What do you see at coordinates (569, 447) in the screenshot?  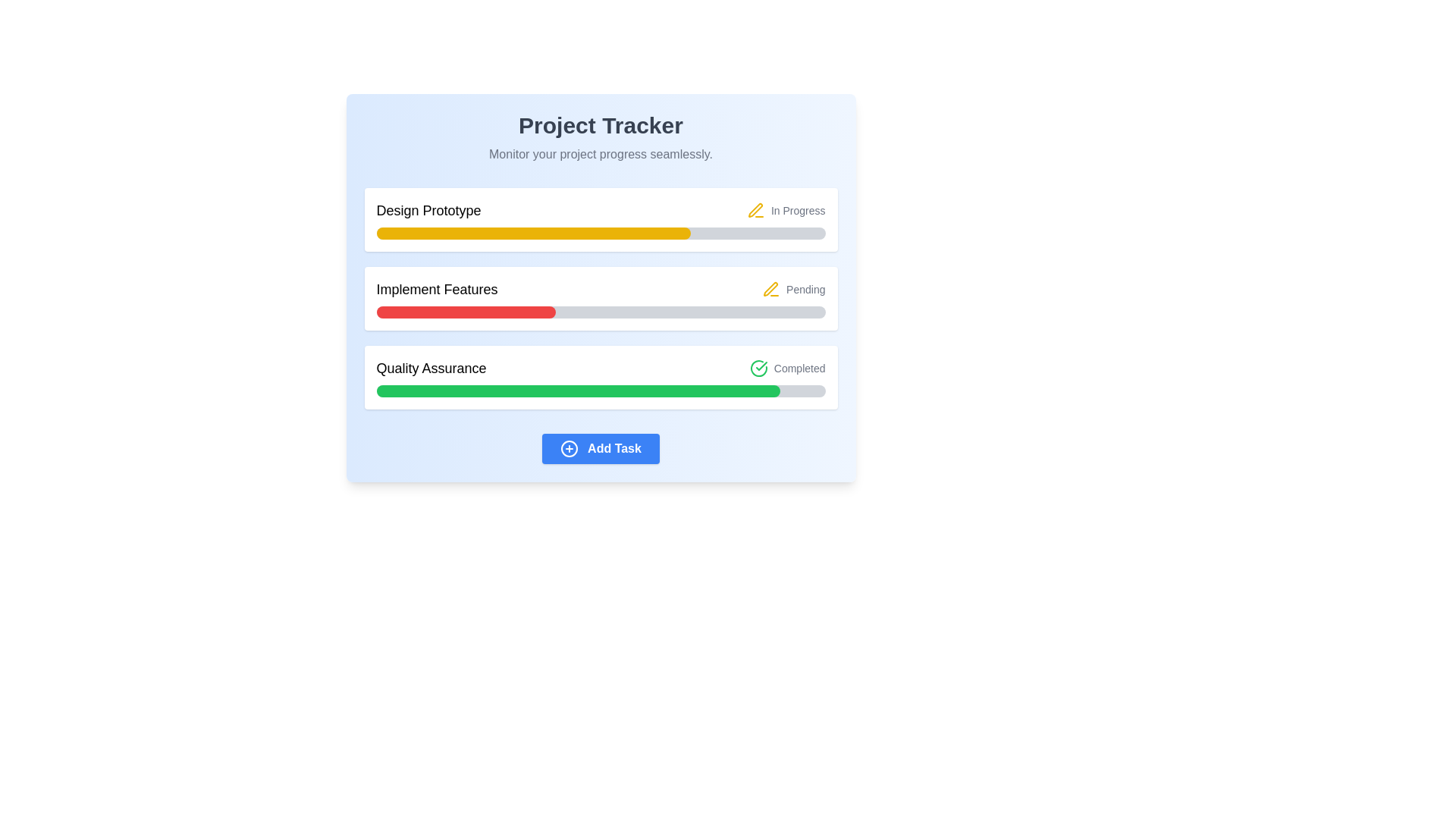 I see `the circular icon that serves as a visual indicator for the 'Add Task' button located at the bottom center of the interface, positioned to the left of the 'Add Task' text` at bounding box center [569, 447].